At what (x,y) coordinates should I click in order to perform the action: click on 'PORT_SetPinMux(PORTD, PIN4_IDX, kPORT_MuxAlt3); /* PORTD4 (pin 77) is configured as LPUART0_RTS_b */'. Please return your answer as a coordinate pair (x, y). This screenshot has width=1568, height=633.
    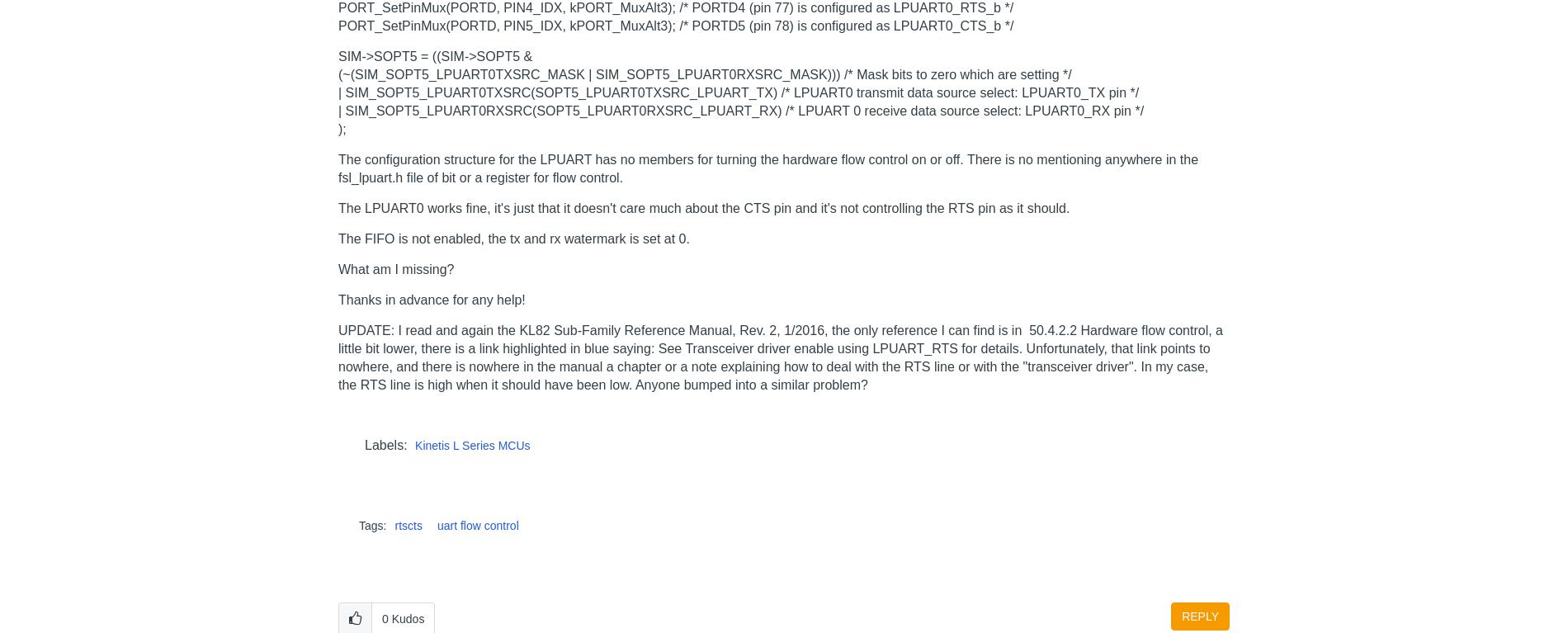
    Looking at the image, I should click on (338, 6).